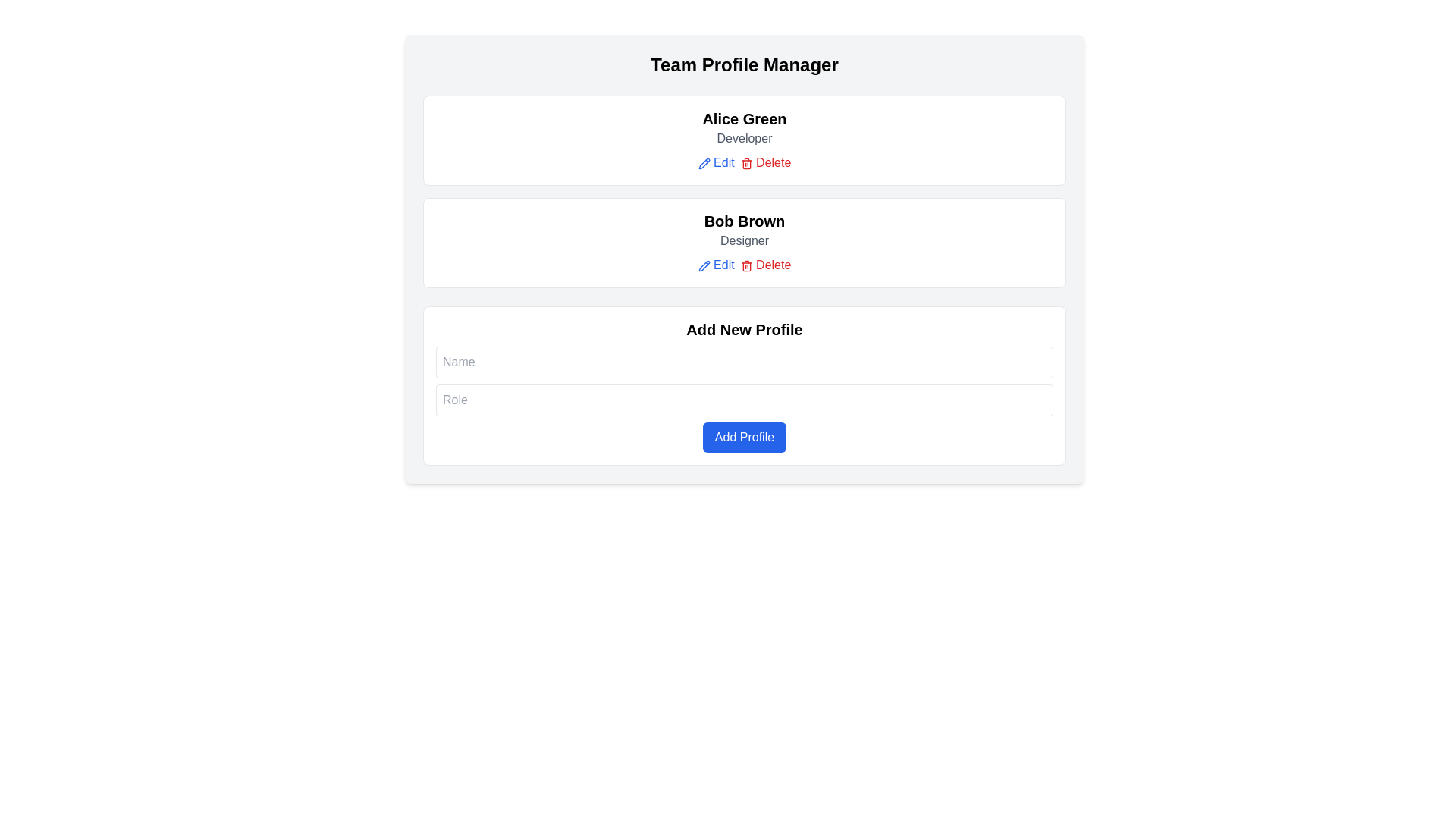 The width and height of the screenshot is (1456, 819). What do you see at coordinates (715, 163) in the screenshot?
I see `the edit profile link located in the row under 'Alice Green', positioned left of the 'Delete' link` at bounding box center [715, 163].